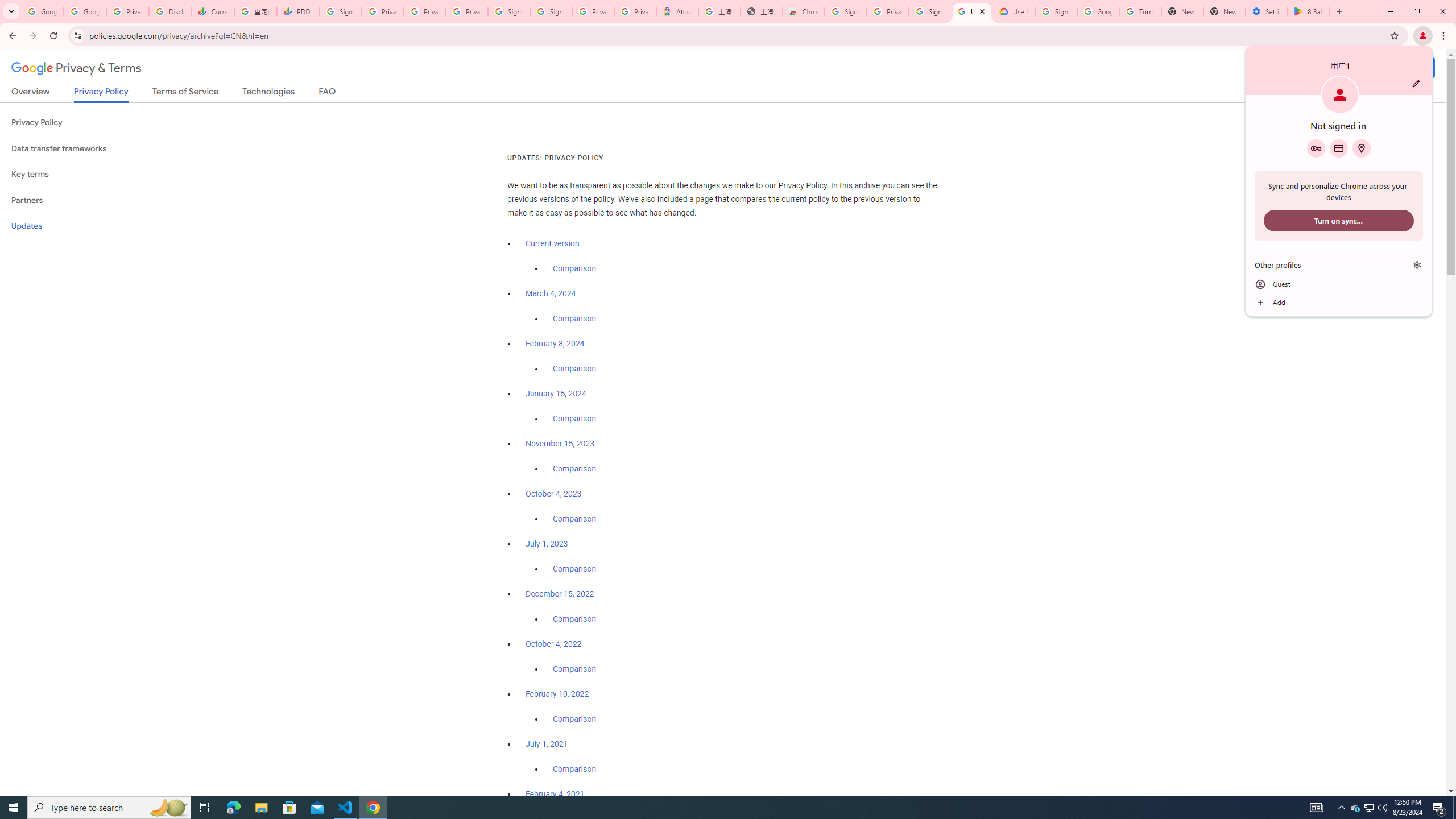  What do you see at coordinates (1439, 806) in the screenshot?
I see `'Action Center, 2 new notifications'` at bounding box center [1439, 806].